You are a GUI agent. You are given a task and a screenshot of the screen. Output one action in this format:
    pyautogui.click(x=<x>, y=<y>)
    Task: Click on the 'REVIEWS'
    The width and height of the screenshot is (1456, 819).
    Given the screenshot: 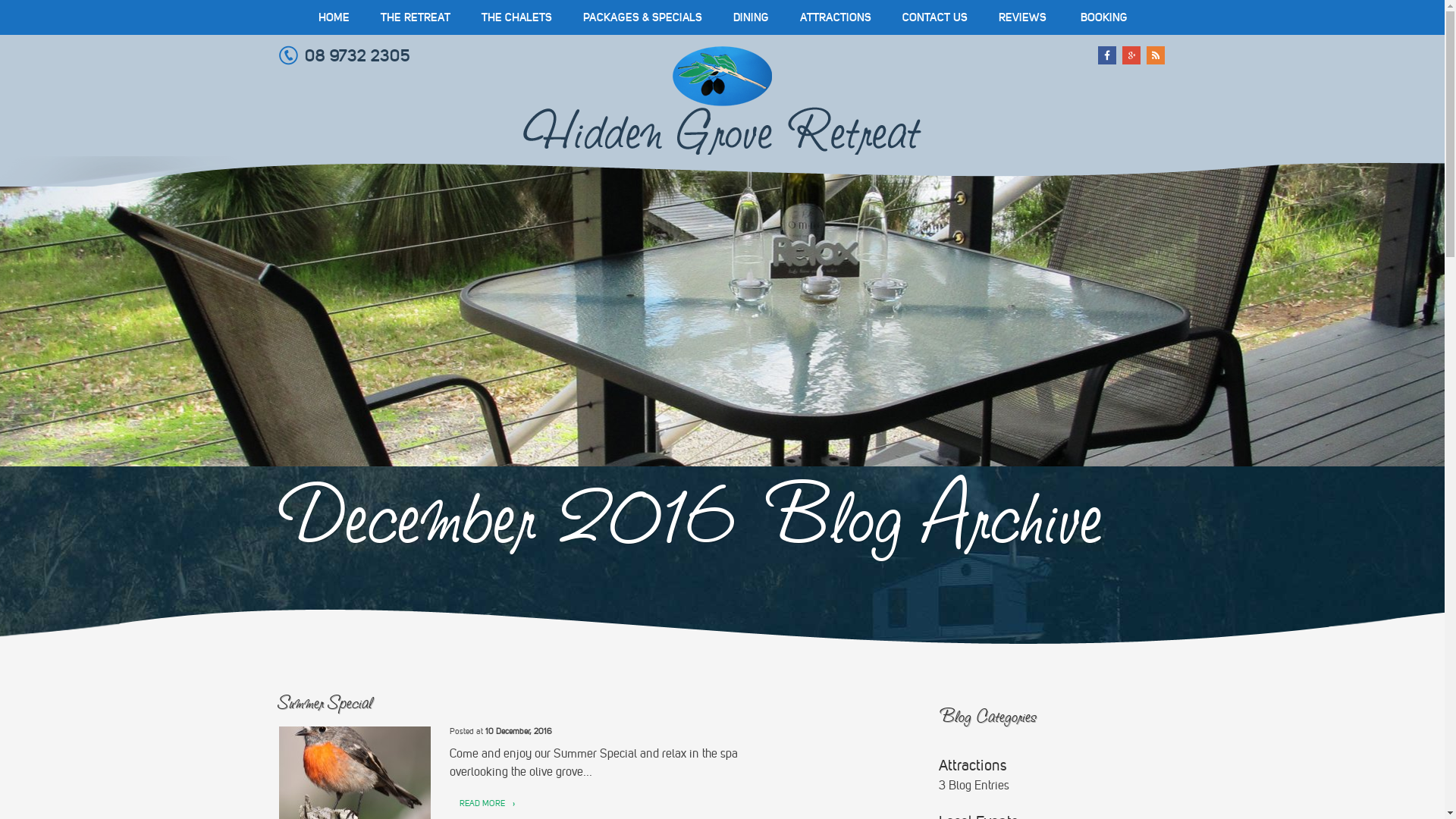 What is the action you would take?
    pyautogui.click(x=1021, y=17)
    